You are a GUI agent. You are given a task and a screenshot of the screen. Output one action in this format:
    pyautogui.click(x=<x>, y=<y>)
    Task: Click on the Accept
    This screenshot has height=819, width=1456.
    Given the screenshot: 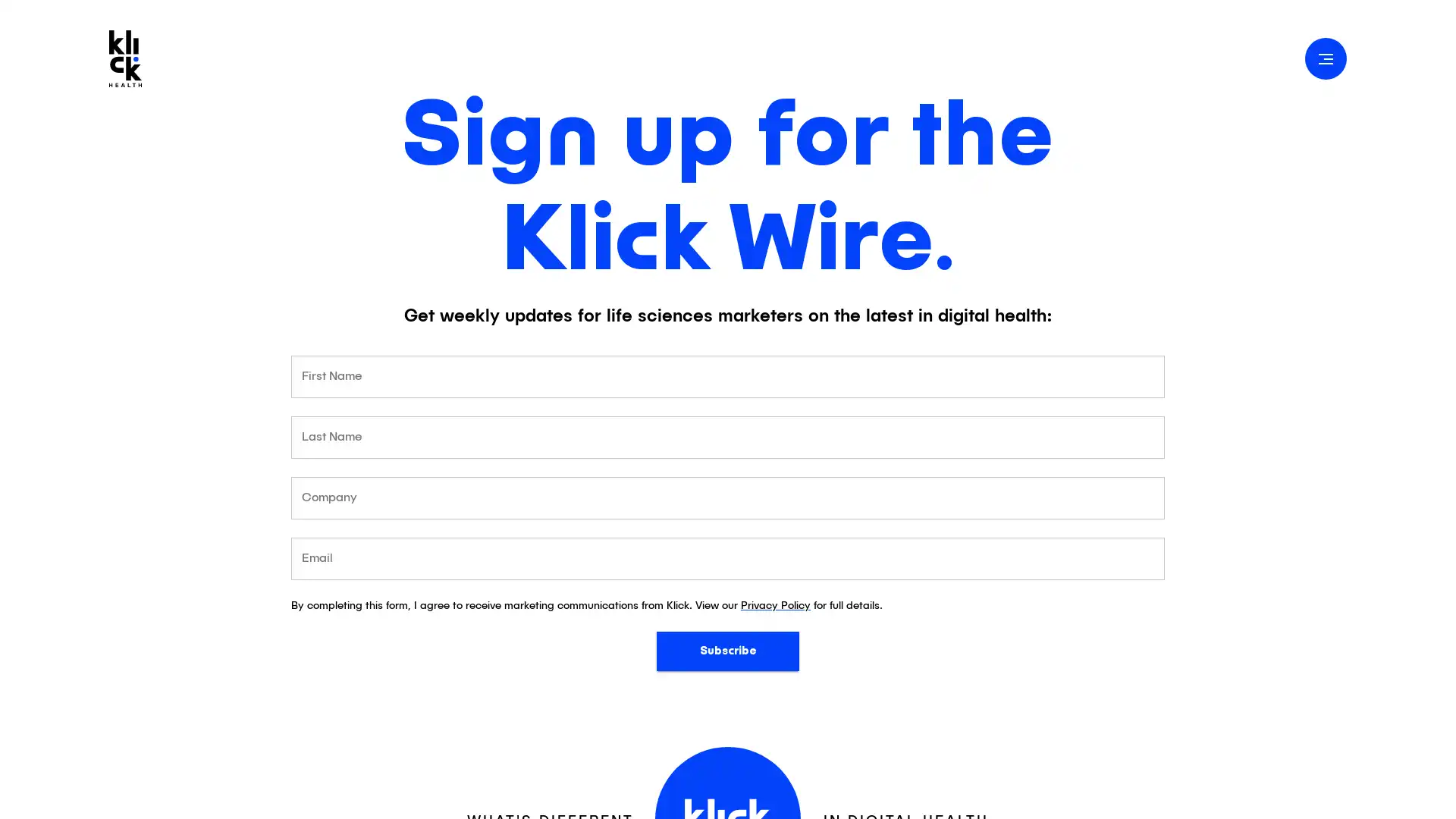 What is the action you would take?
    pyautogui.click(x=1308, y=789)
    